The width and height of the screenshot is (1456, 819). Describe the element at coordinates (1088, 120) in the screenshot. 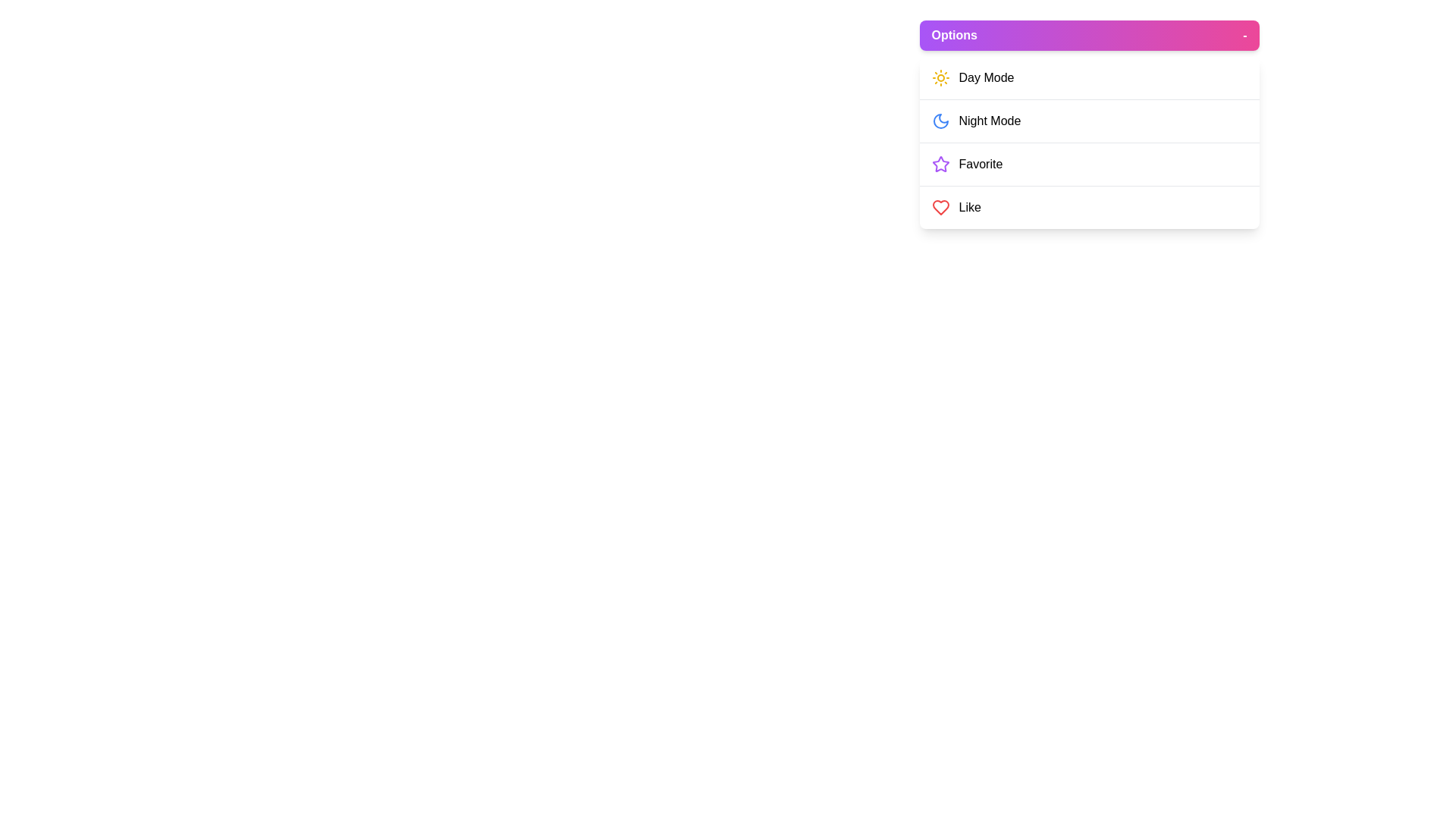

I see `the menu option Night Mode from the ApplicationMenu` at that location.